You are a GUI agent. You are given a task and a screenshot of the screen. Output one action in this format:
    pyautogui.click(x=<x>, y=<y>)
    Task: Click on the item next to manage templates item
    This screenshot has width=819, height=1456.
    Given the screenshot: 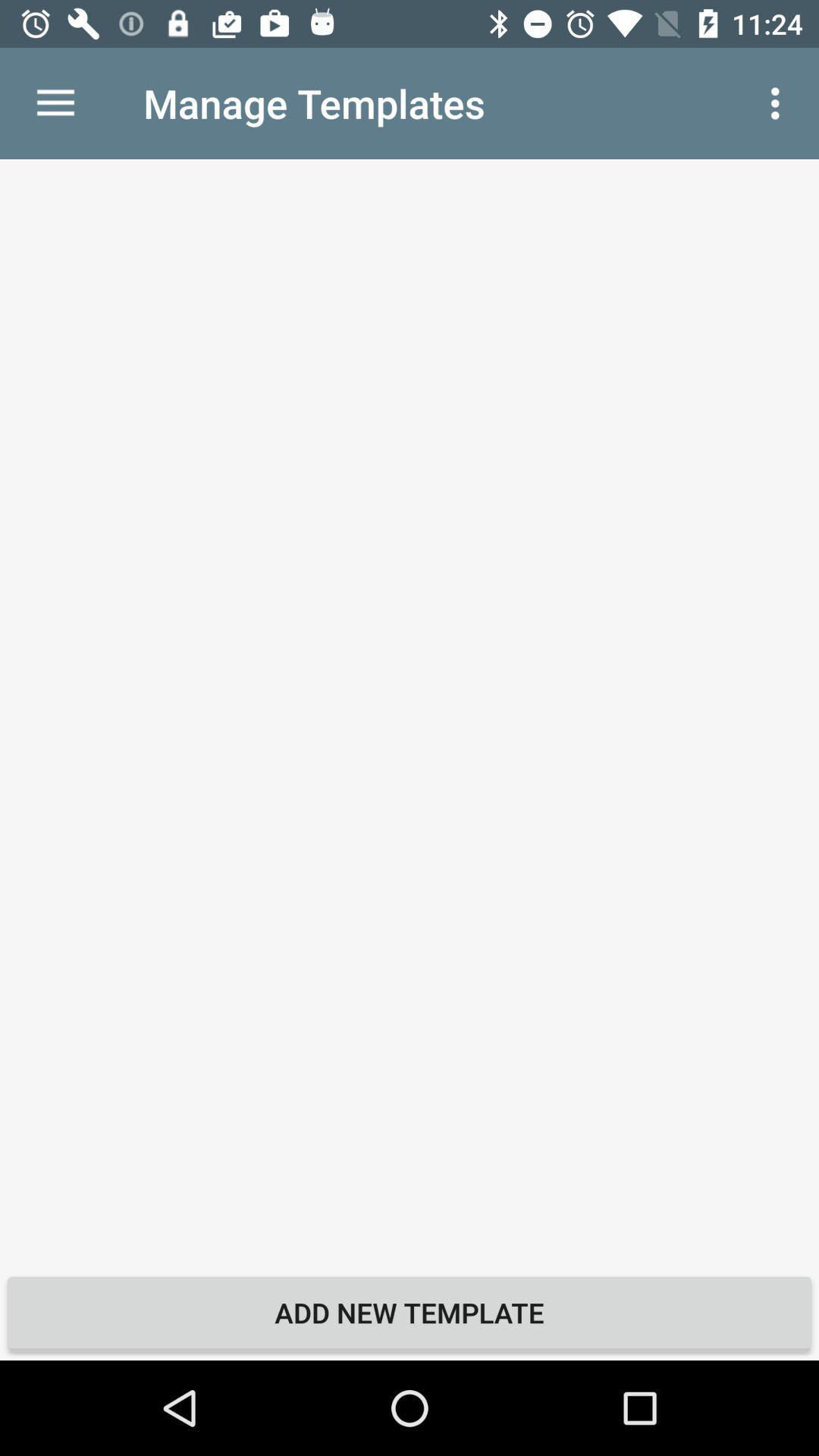 What is the action you would take?
    pyautogui.click(x=779, y=102)
    